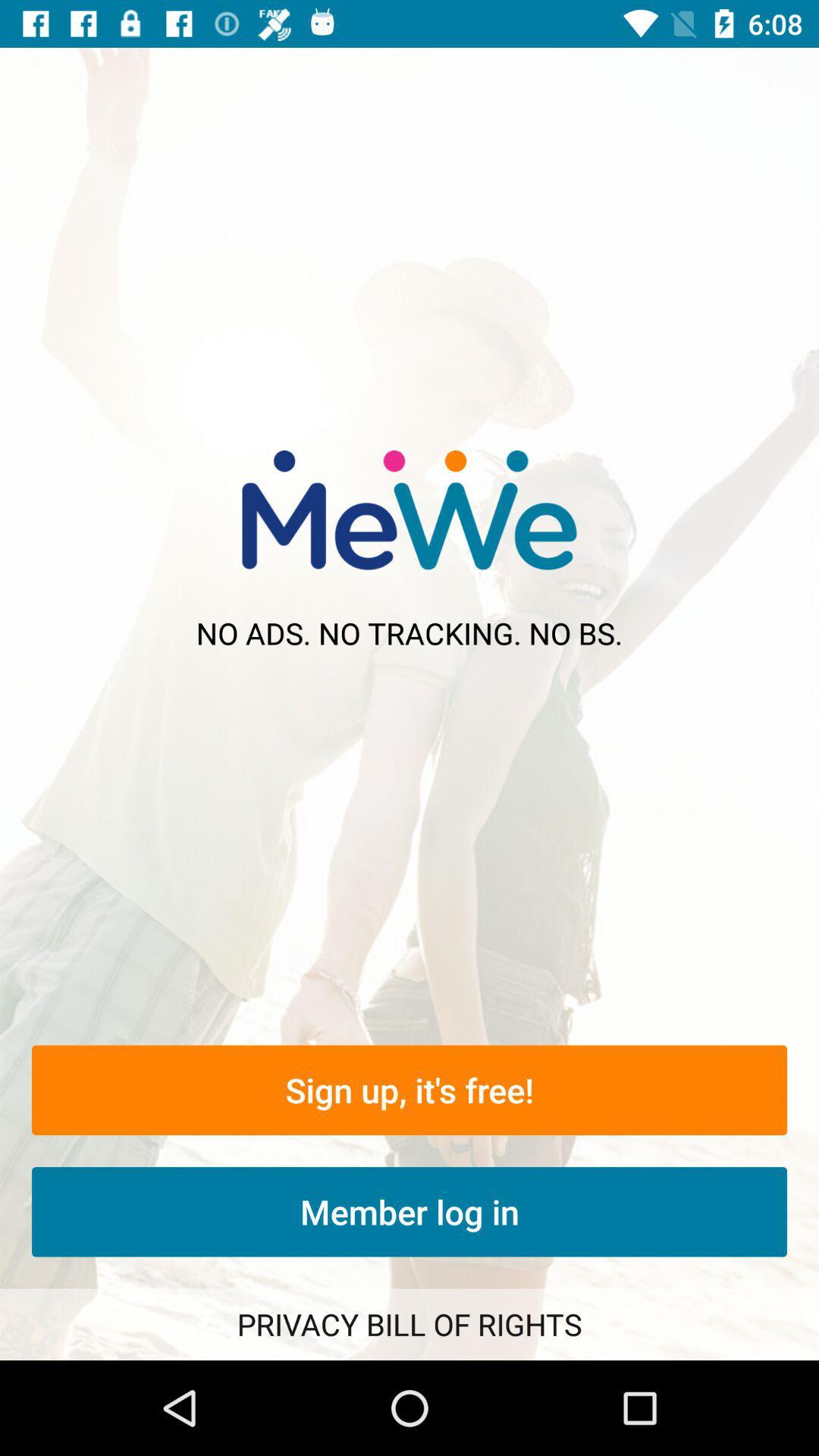 The image size is (819, 1456). What do you see at coordinates (409, 1211) in the screenshot?
I see `the member log in item` at bounding box center [409, 1211].